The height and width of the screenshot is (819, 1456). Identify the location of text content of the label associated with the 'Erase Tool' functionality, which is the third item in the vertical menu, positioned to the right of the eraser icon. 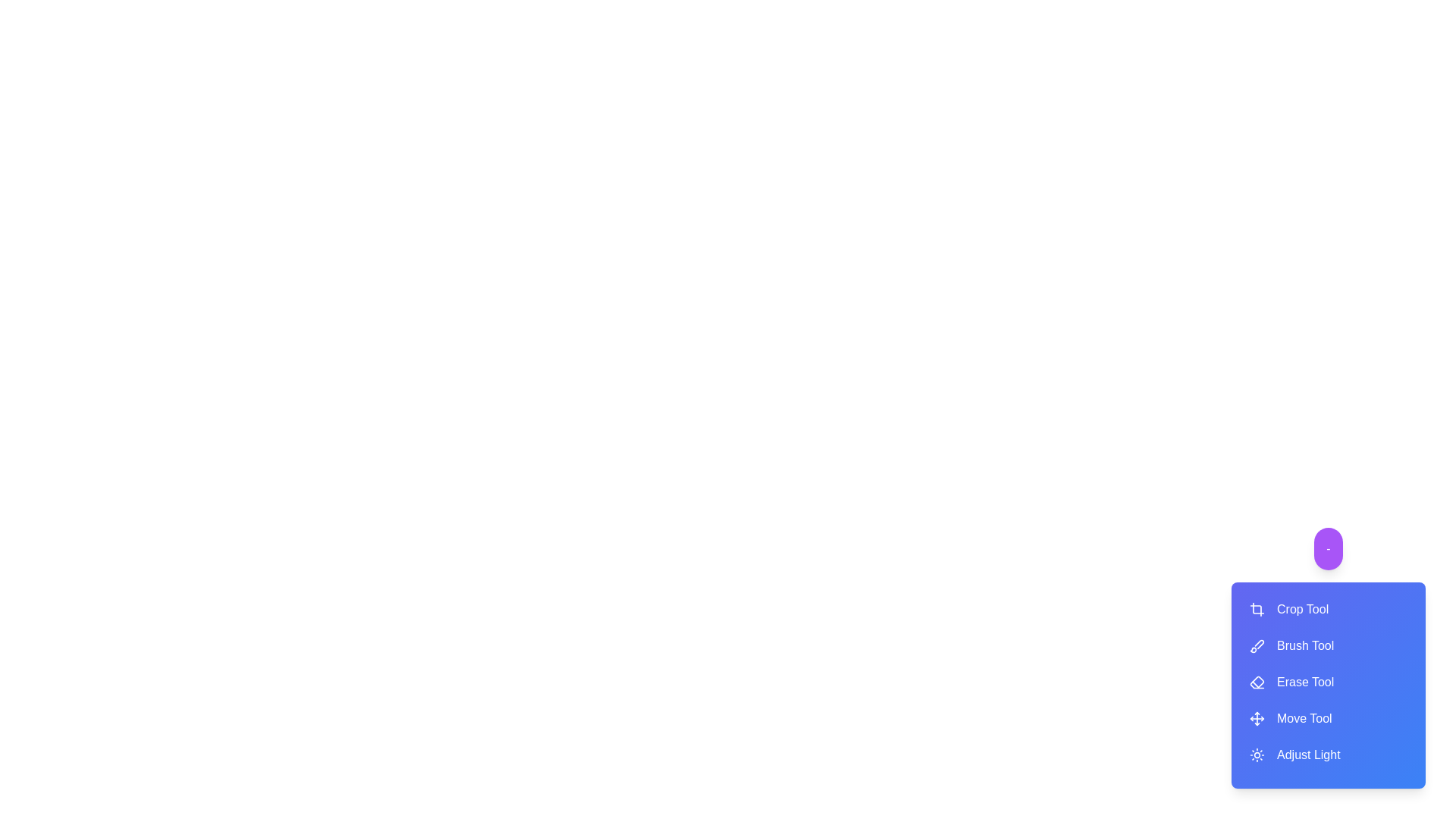
(1304, 681).